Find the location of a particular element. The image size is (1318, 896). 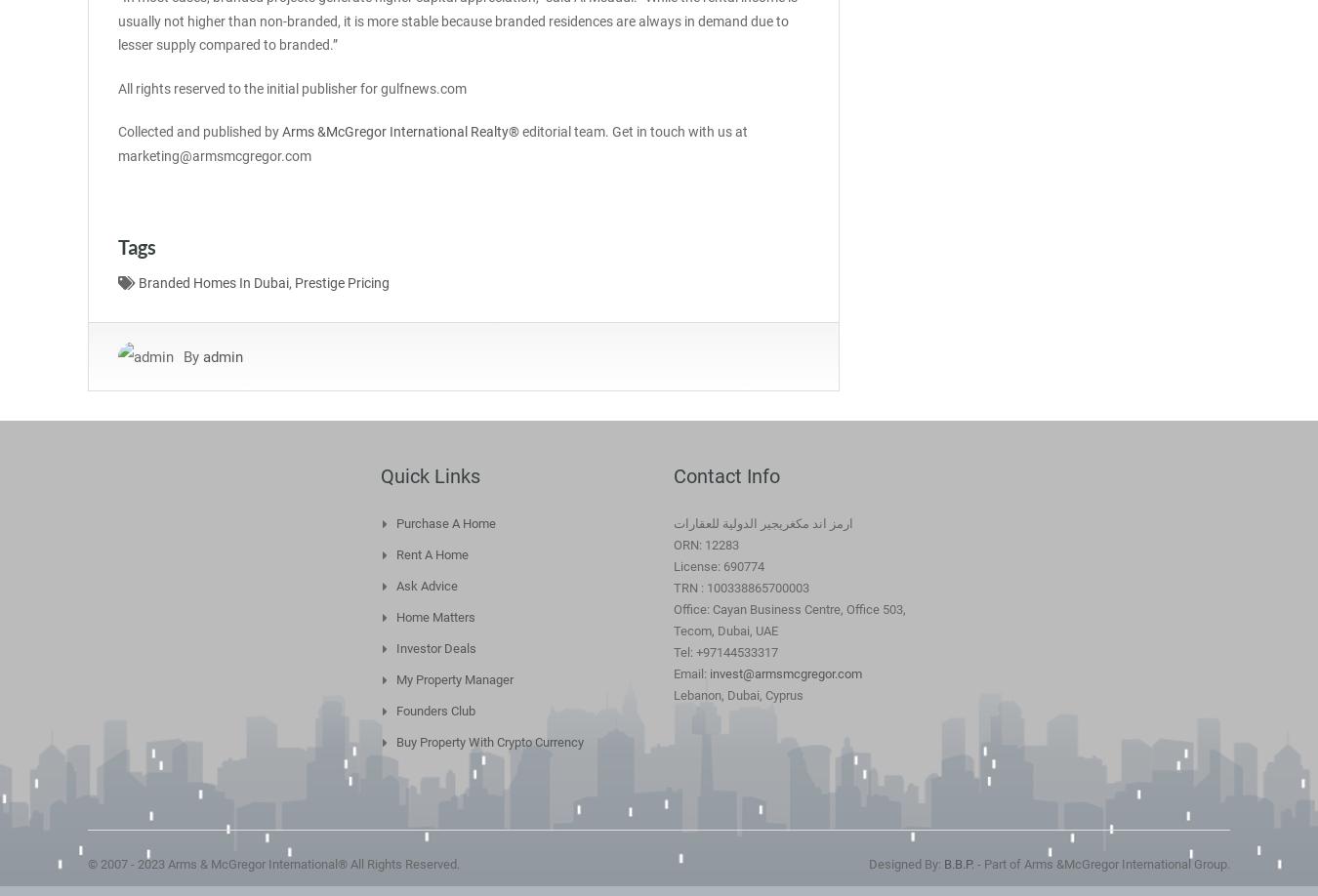

'Tel: +97144533317' is located at coordinates (724, 651).